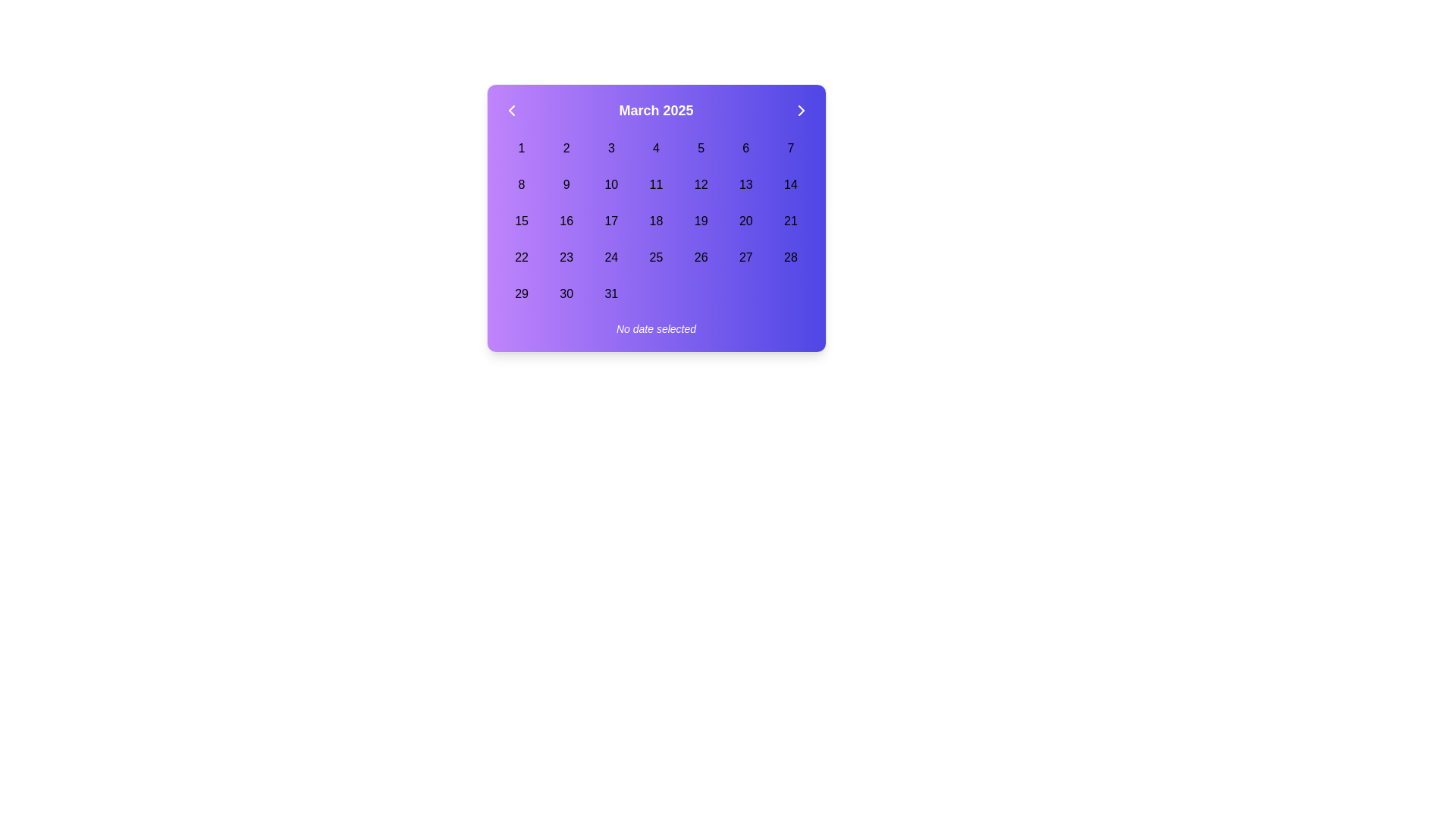  Describe the element at coordinates (656, 328) in the screenshot. I see `the informational label displaying 'No date selected' at the bottom of the calendar component` at that location.